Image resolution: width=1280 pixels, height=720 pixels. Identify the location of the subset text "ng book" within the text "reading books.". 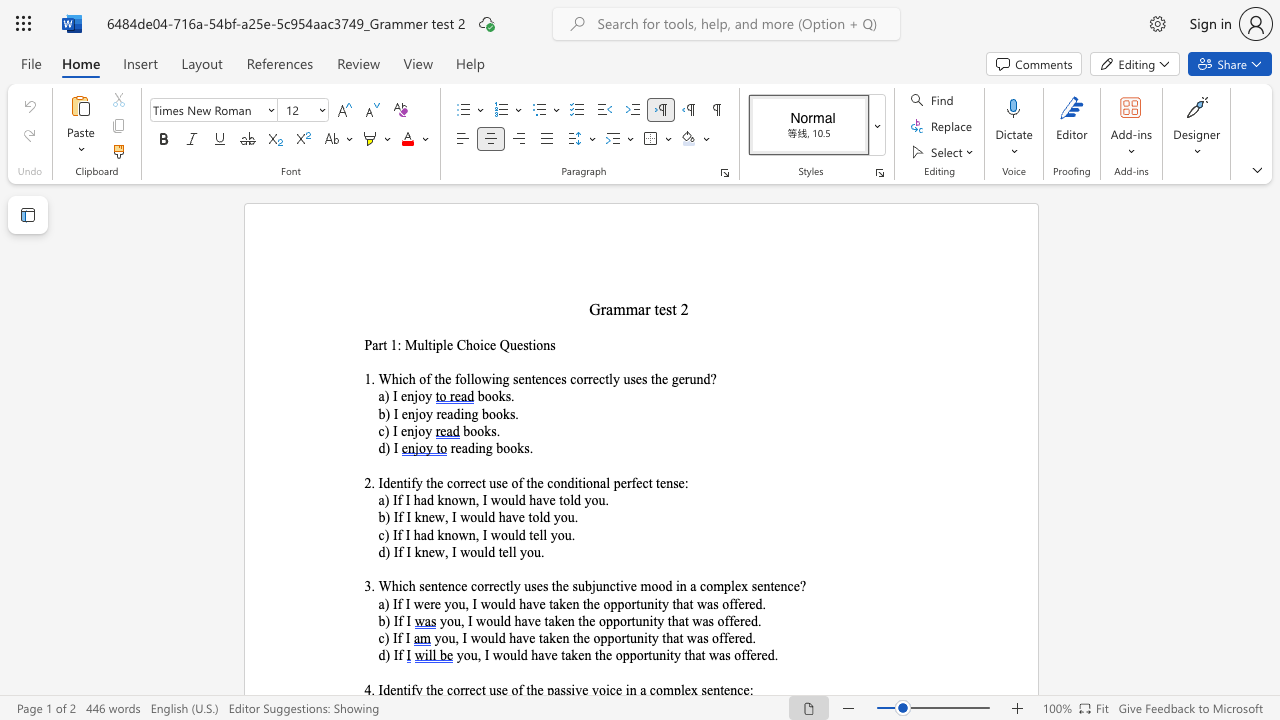
(477, 447).